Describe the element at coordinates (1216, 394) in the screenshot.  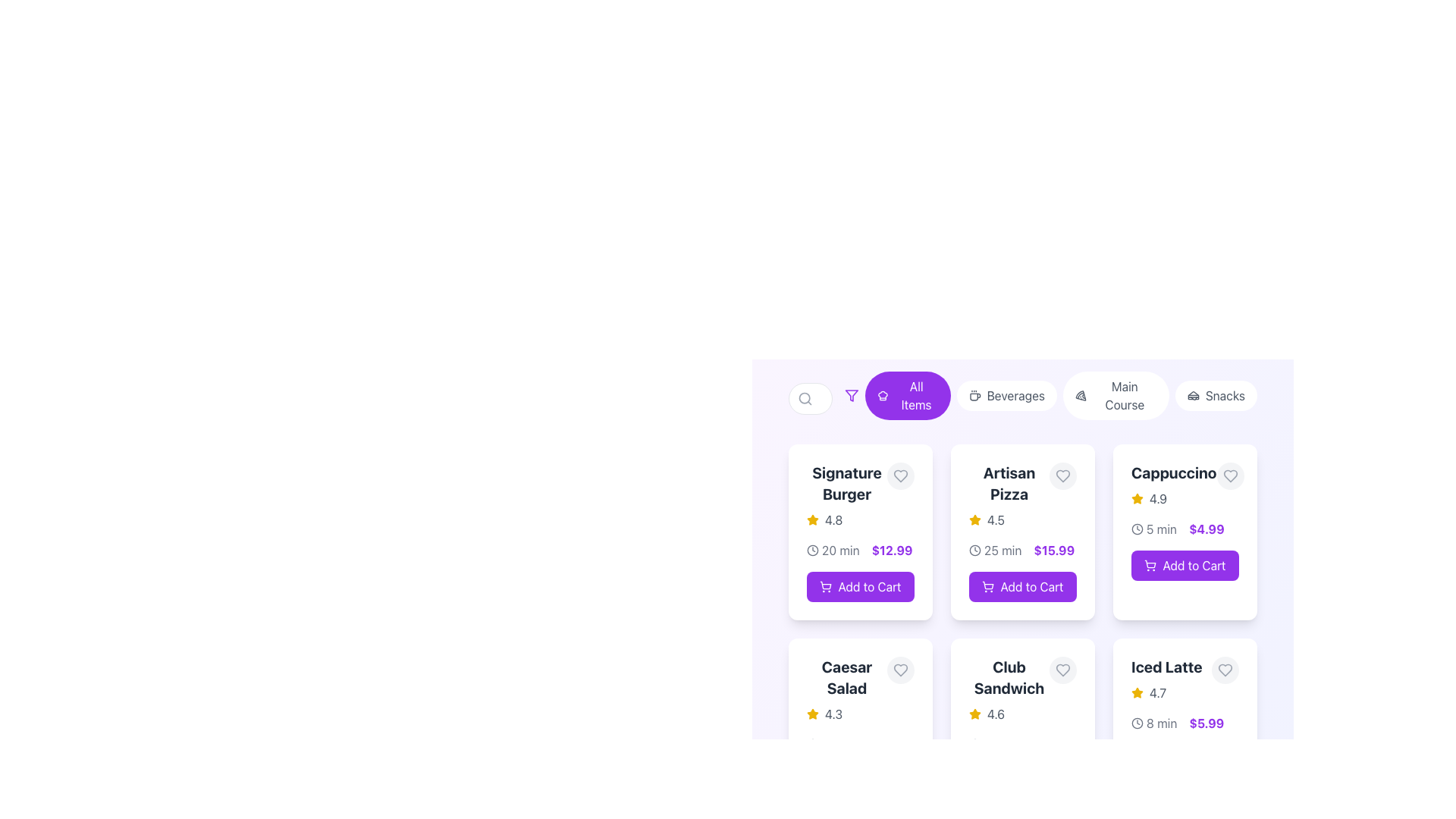
I see `the 'Snacks' category selector button` at that location.